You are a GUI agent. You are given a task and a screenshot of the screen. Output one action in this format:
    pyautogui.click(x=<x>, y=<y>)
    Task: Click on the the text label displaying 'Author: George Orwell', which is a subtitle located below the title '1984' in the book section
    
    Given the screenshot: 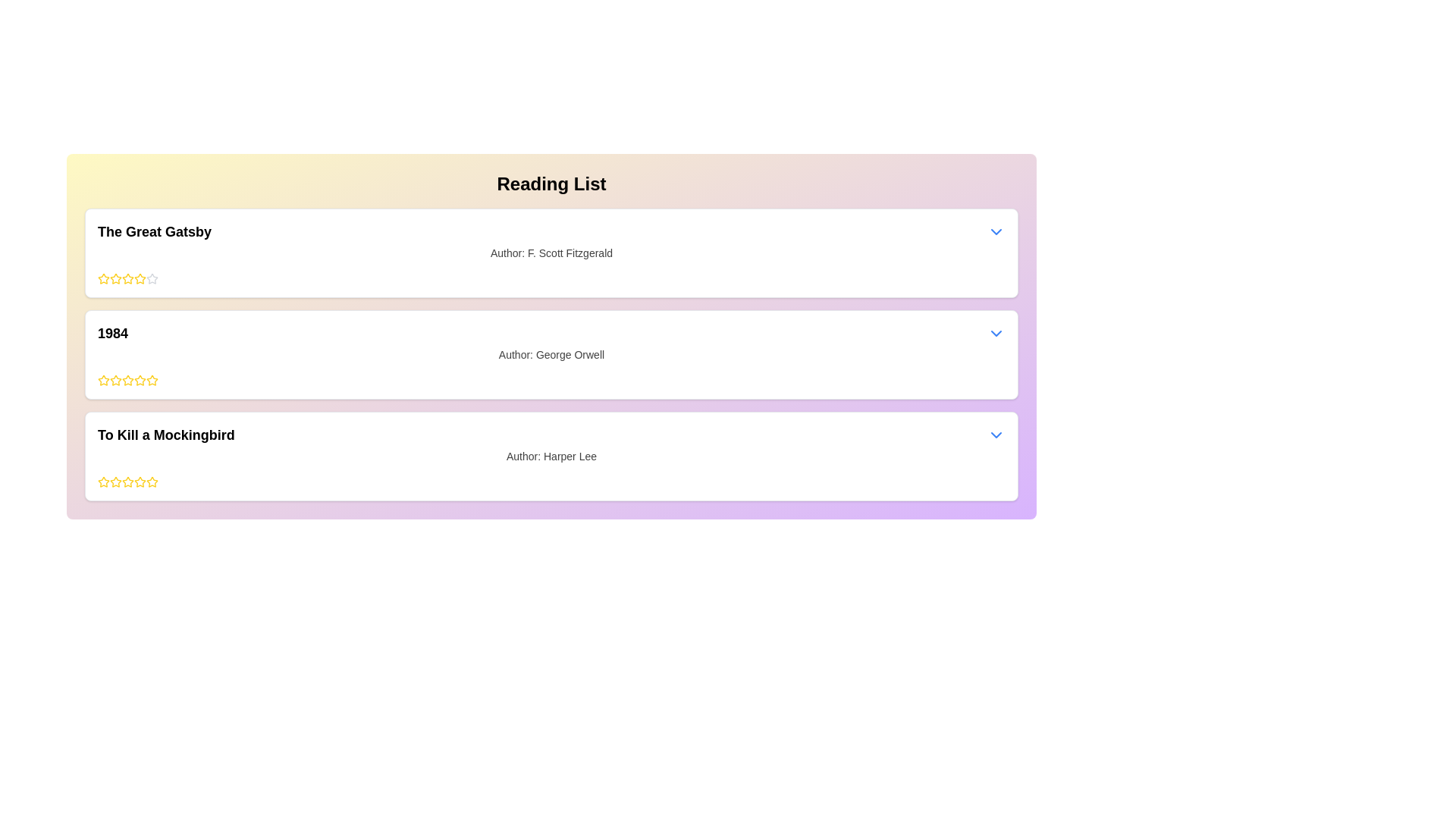 What is the action you would take?
    pyautogui.click(x=551, y=354)
    